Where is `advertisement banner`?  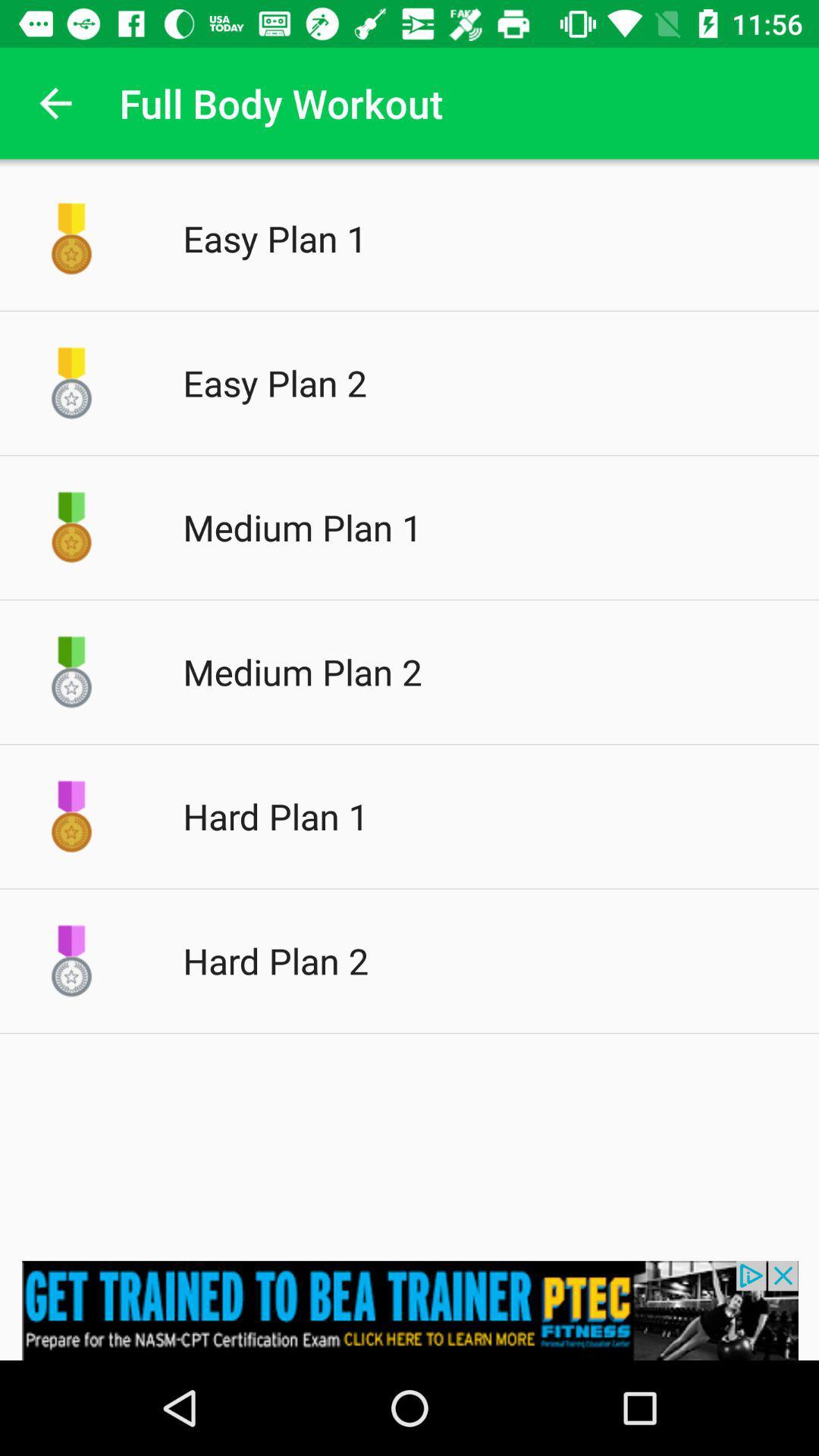 advertisement banner is located at coordinates (409, 1310).